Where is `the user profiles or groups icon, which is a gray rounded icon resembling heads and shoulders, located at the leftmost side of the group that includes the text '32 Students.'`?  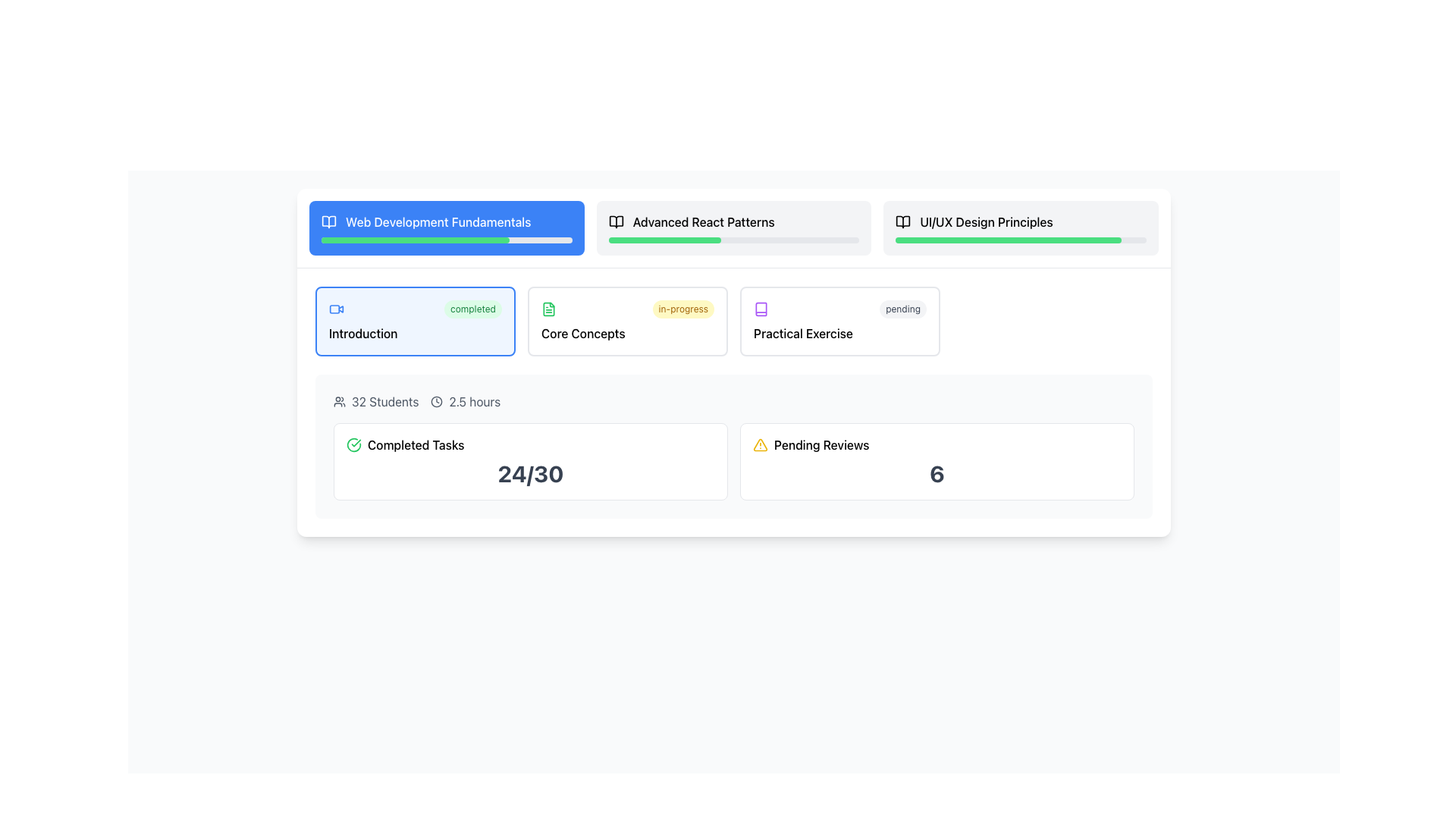 the user profiles or groups icon, which is a gray rounded icon resembling heads and shoulders, located at the leftmost side of the group that includes the text '32 Students.' is located at coordinates (338, 400).